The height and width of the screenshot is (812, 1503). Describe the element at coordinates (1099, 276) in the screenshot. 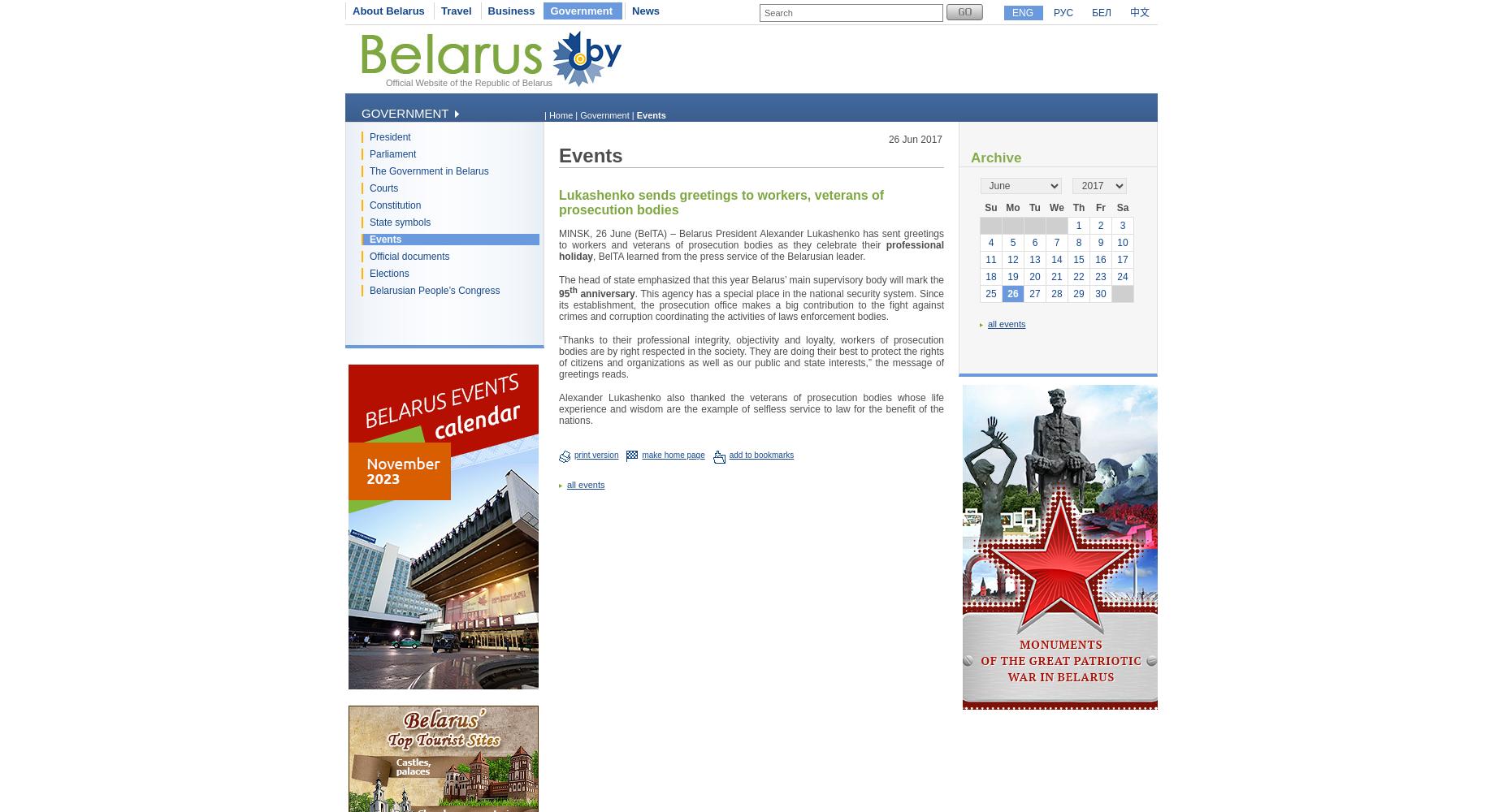

I see `'23'` at that location.